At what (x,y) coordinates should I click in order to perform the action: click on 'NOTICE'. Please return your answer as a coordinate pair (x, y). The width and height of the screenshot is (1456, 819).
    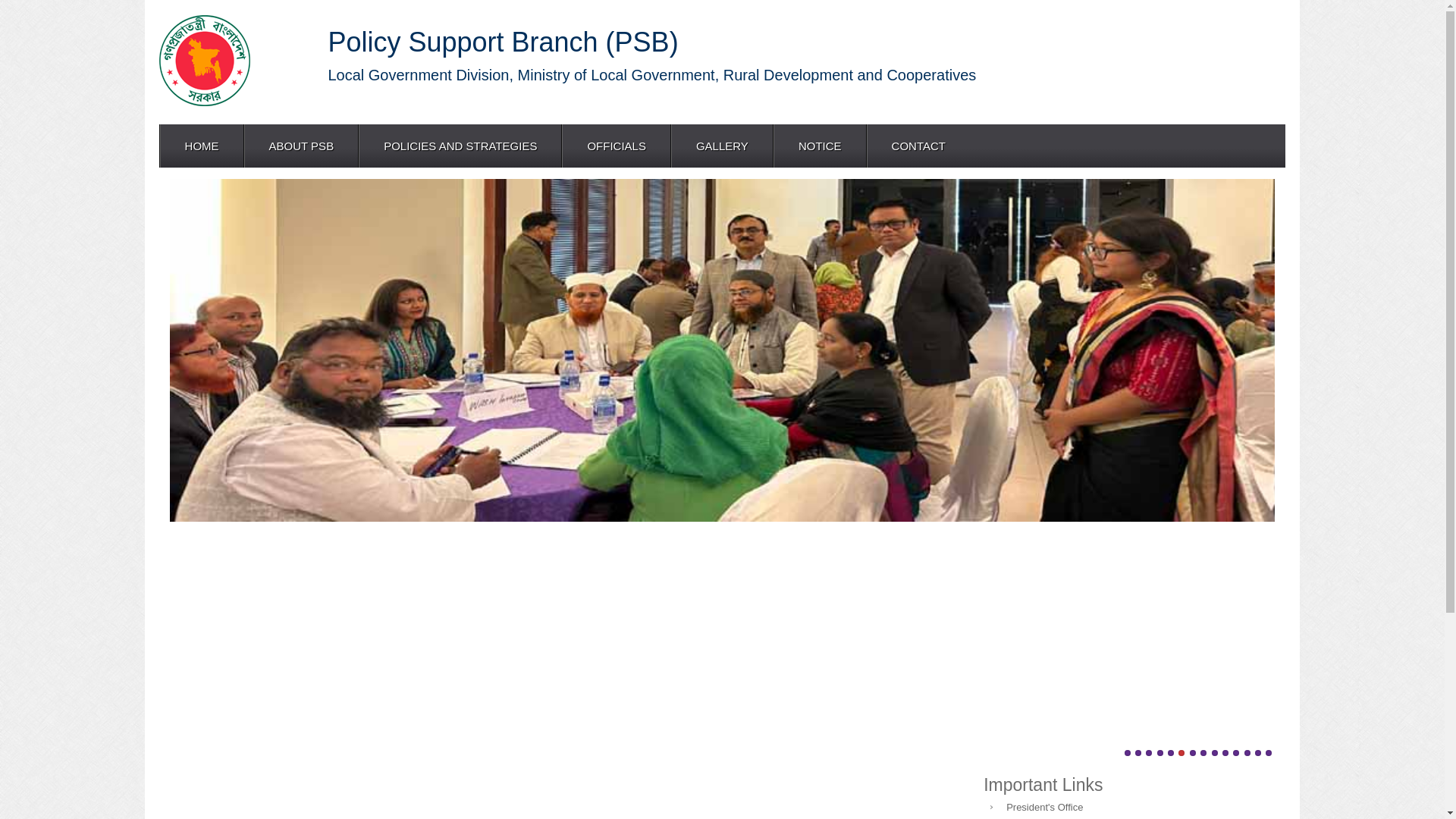
    Looking at the image, I should click on (818, 146).